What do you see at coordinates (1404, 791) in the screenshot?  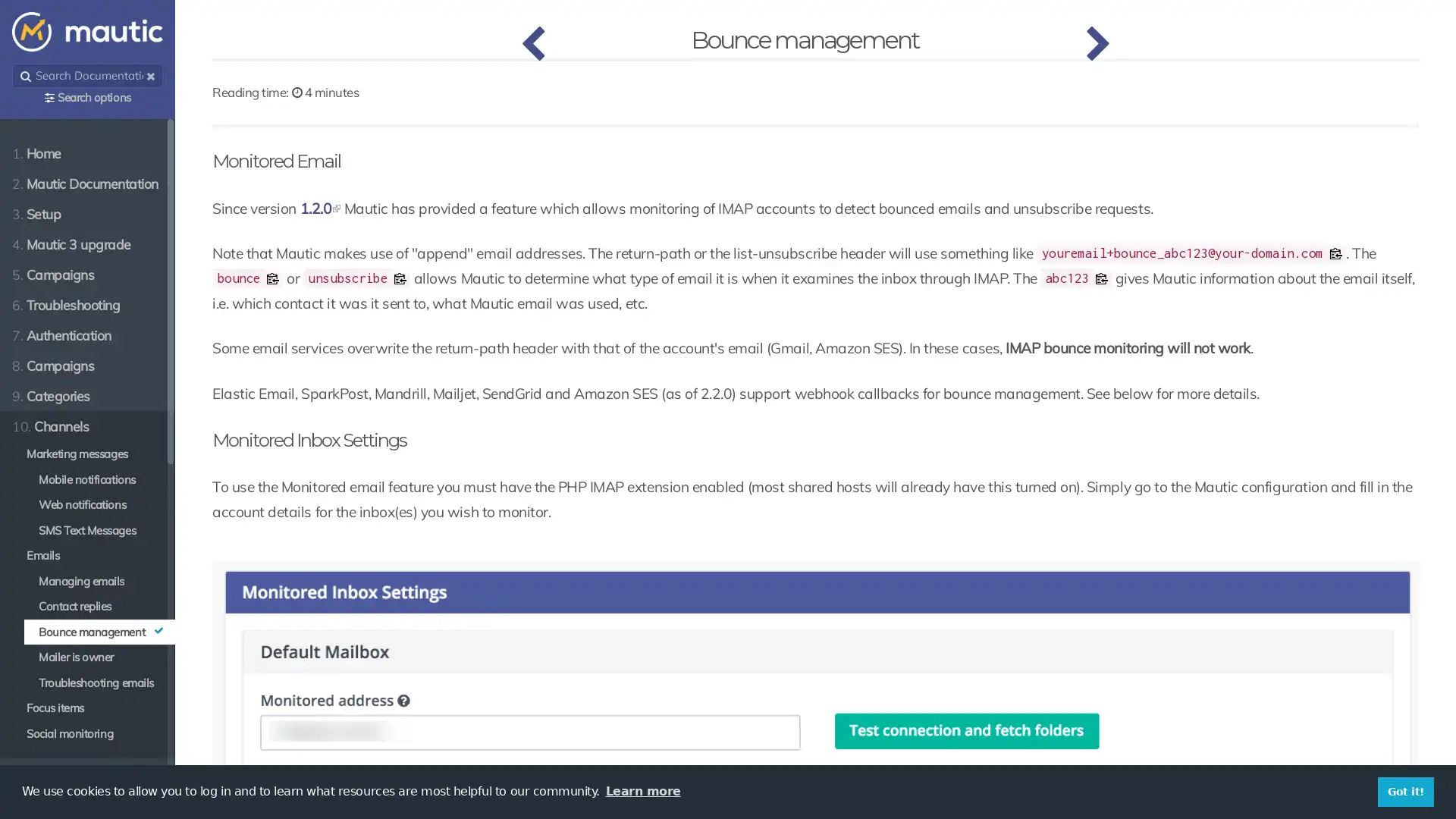 I see `dismiss cookie message` at bounding box center [1404, 791].